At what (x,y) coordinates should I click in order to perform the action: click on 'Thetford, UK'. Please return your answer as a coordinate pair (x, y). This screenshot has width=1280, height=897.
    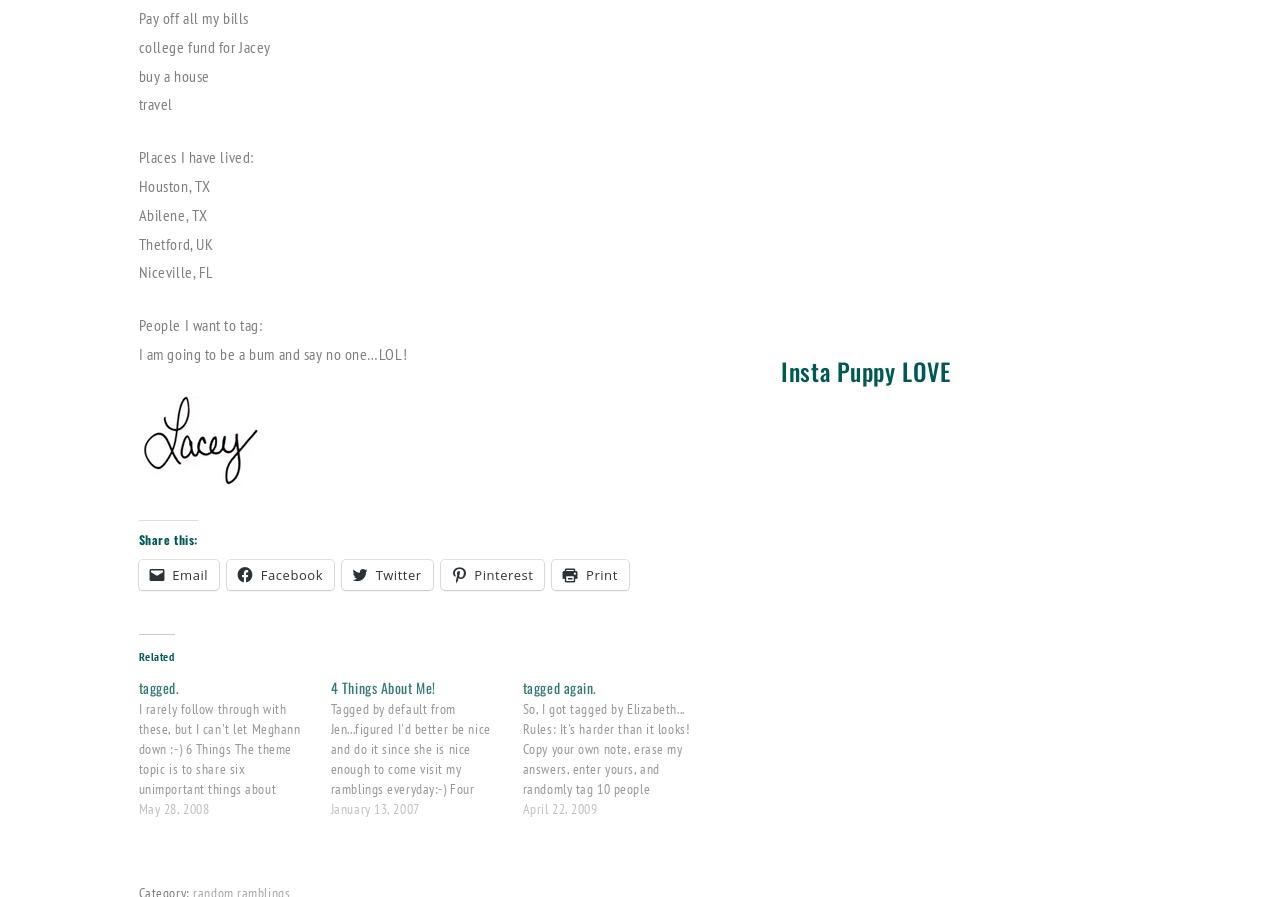
    Looking at the image, I should click on (175, 241).